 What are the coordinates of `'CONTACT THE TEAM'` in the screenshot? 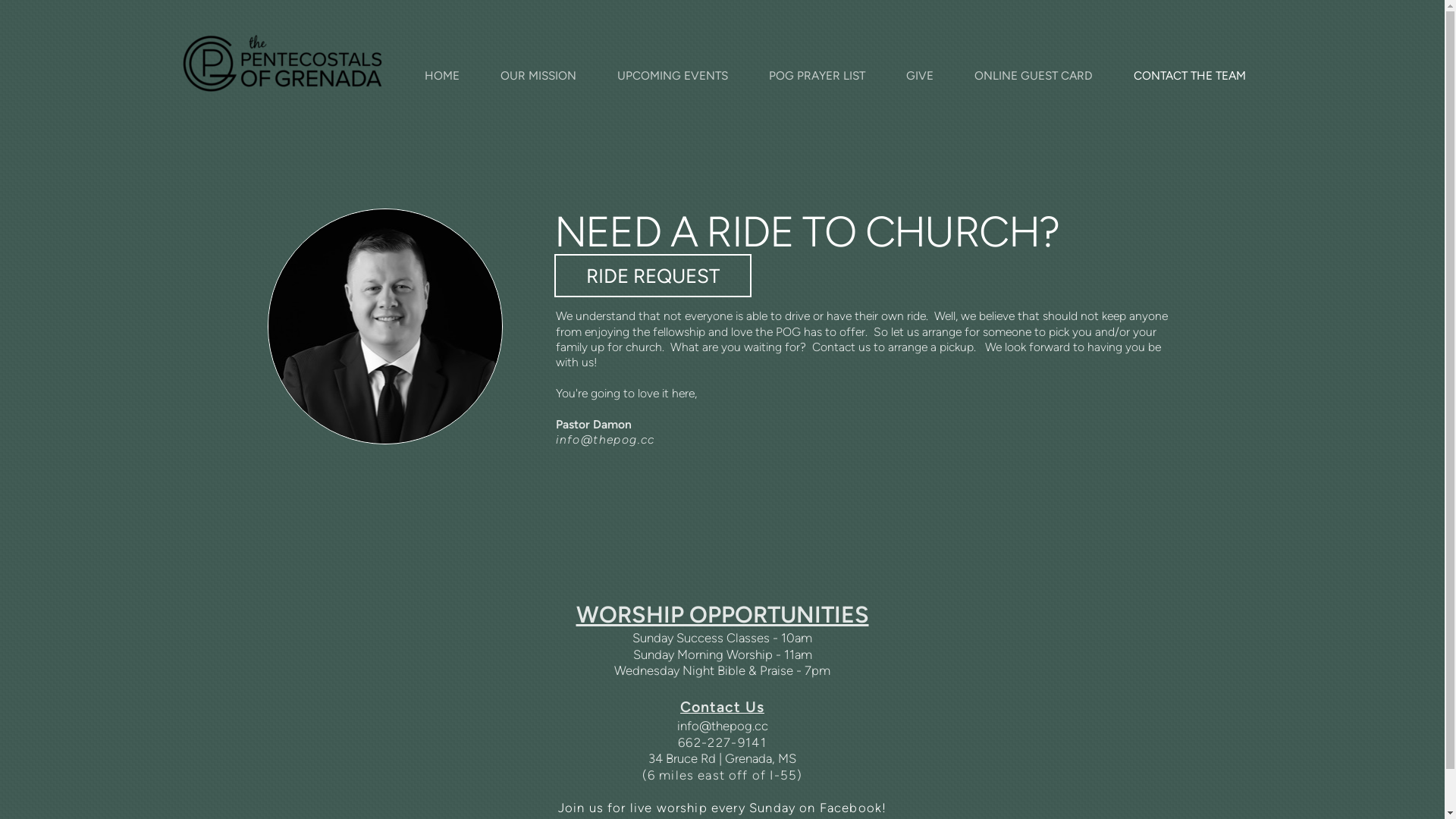 It's located at (1113, 75).